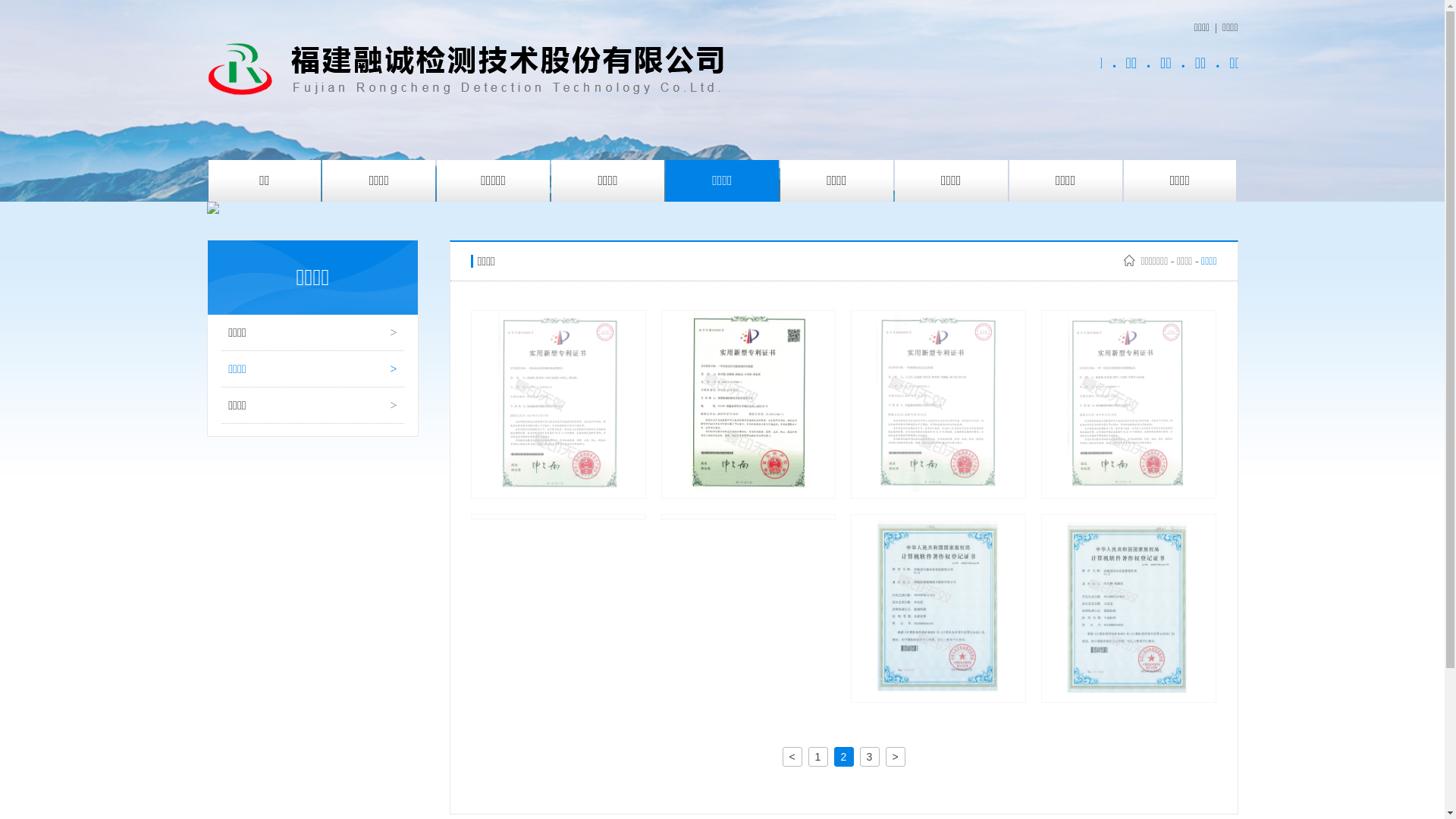 The image size is (1456, 819). Describe the element at coordinates (895, 757) in the screenshot. I see `'>'` at that location.